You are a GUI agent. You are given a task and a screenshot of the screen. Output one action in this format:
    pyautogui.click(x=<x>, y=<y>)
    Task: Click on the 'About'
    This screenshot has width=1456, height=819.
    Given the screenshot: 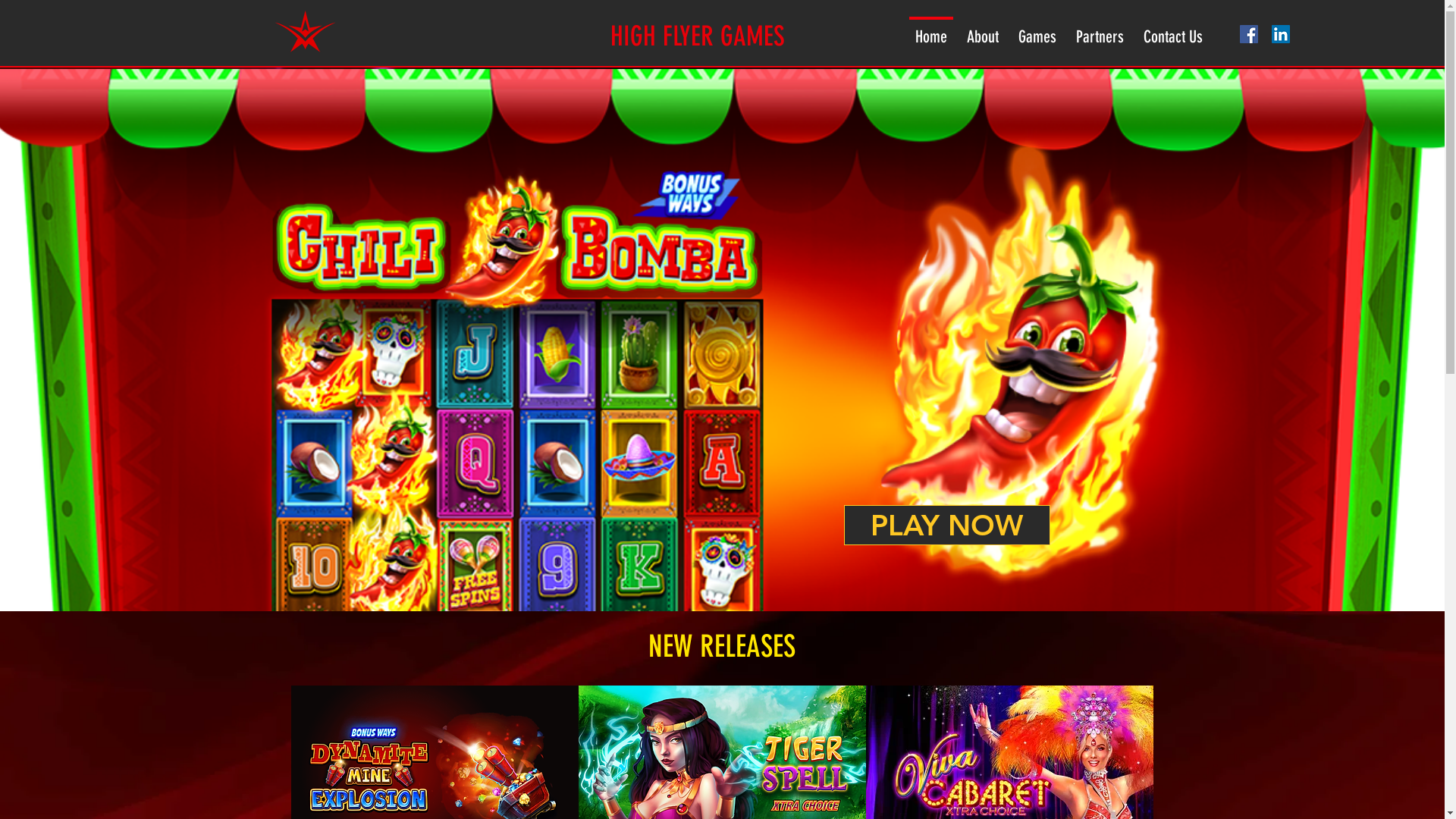 What is the action you would take?
    pyautogui.click(x=983, y=30)
    